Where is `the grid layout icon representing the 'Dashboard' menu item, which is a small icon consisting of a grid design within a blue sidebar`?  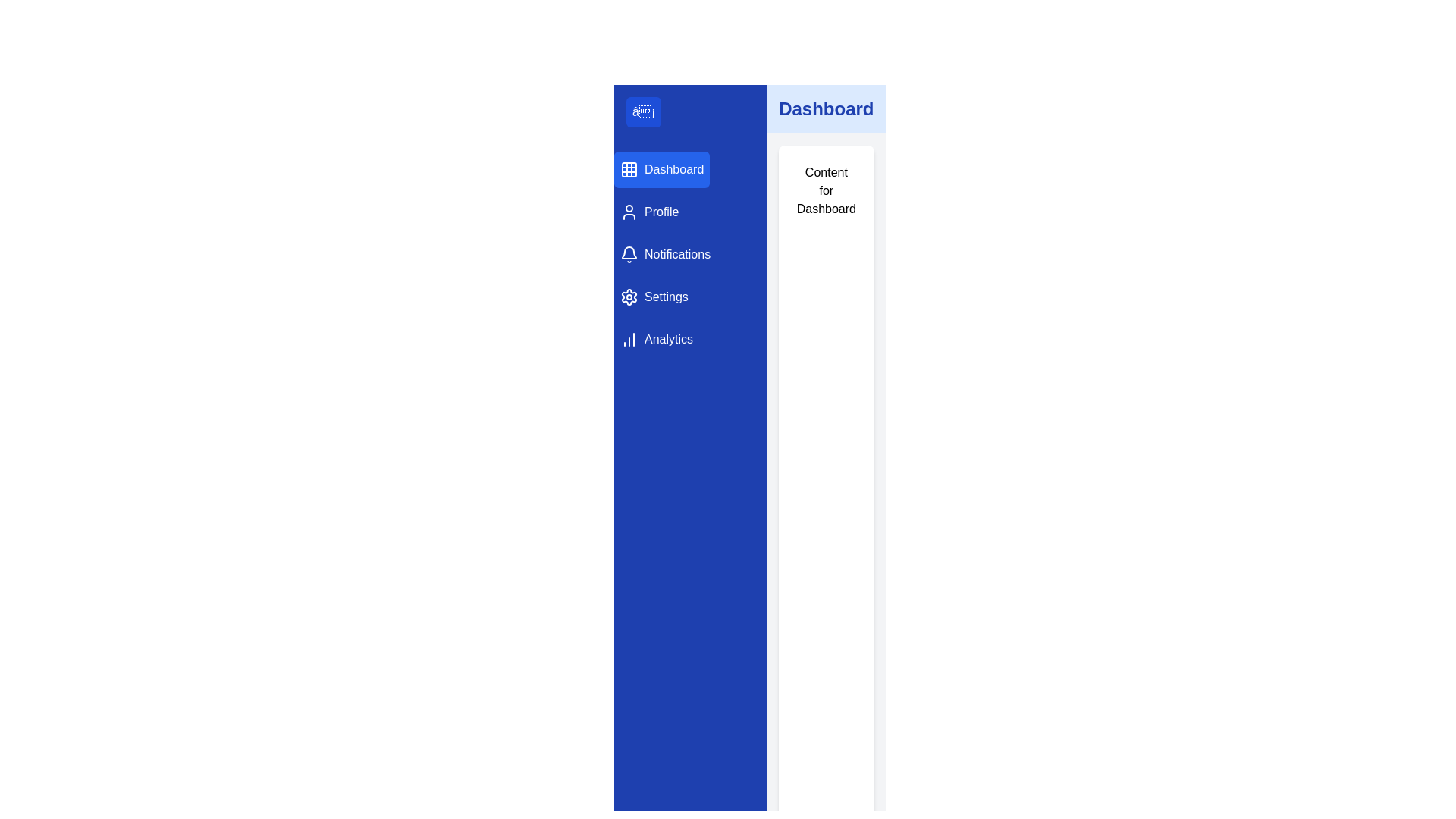 the grid layout icon representing the 'Dashboard' menu item, which is a small icon consisting of a grid design within a blue sidebar is located at coordinates (629, 169).